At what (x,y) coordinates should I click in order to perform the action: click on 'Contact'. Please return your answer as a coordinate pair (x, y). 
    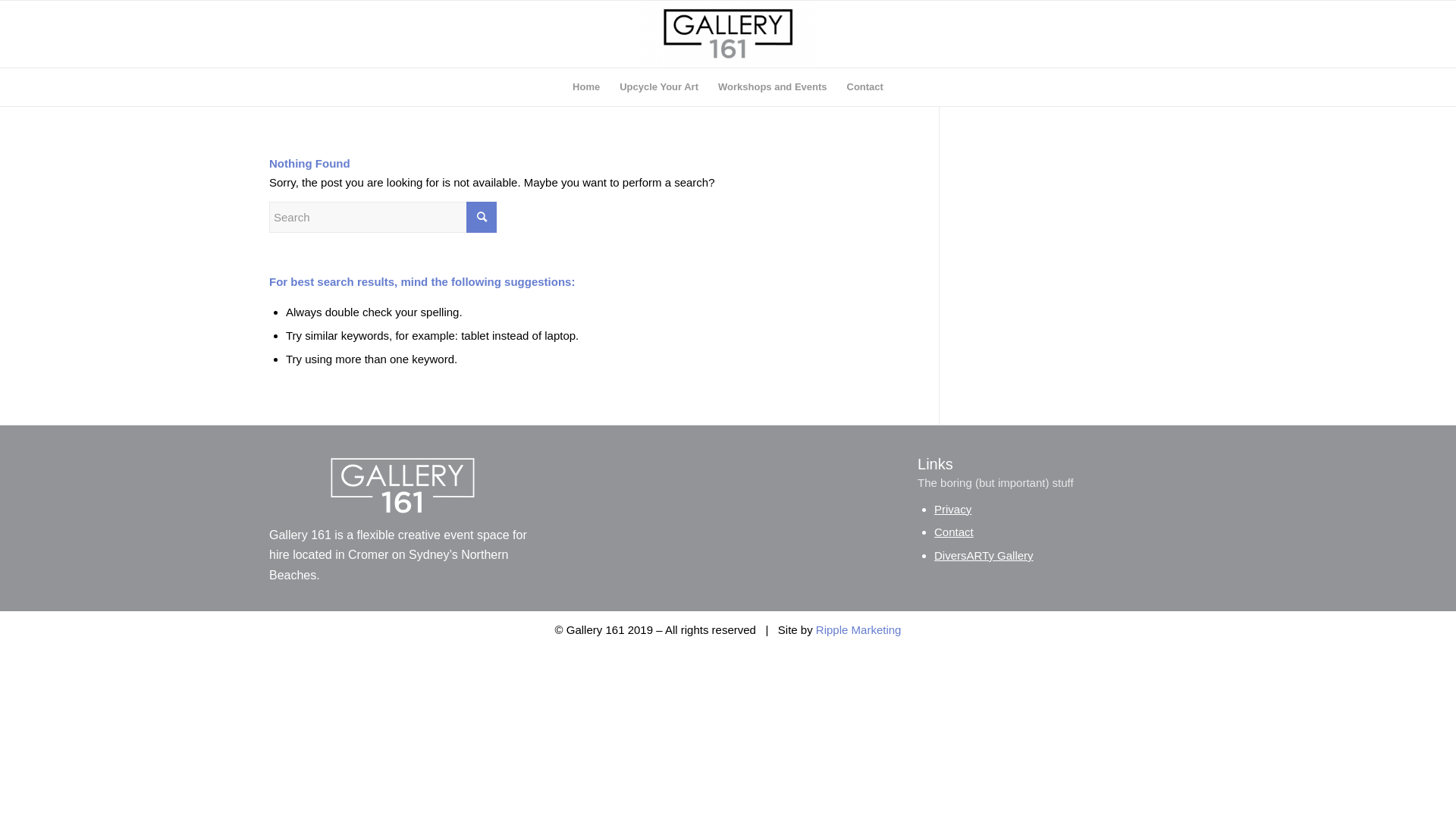
    Looking at the image, I should click on (934, 531).